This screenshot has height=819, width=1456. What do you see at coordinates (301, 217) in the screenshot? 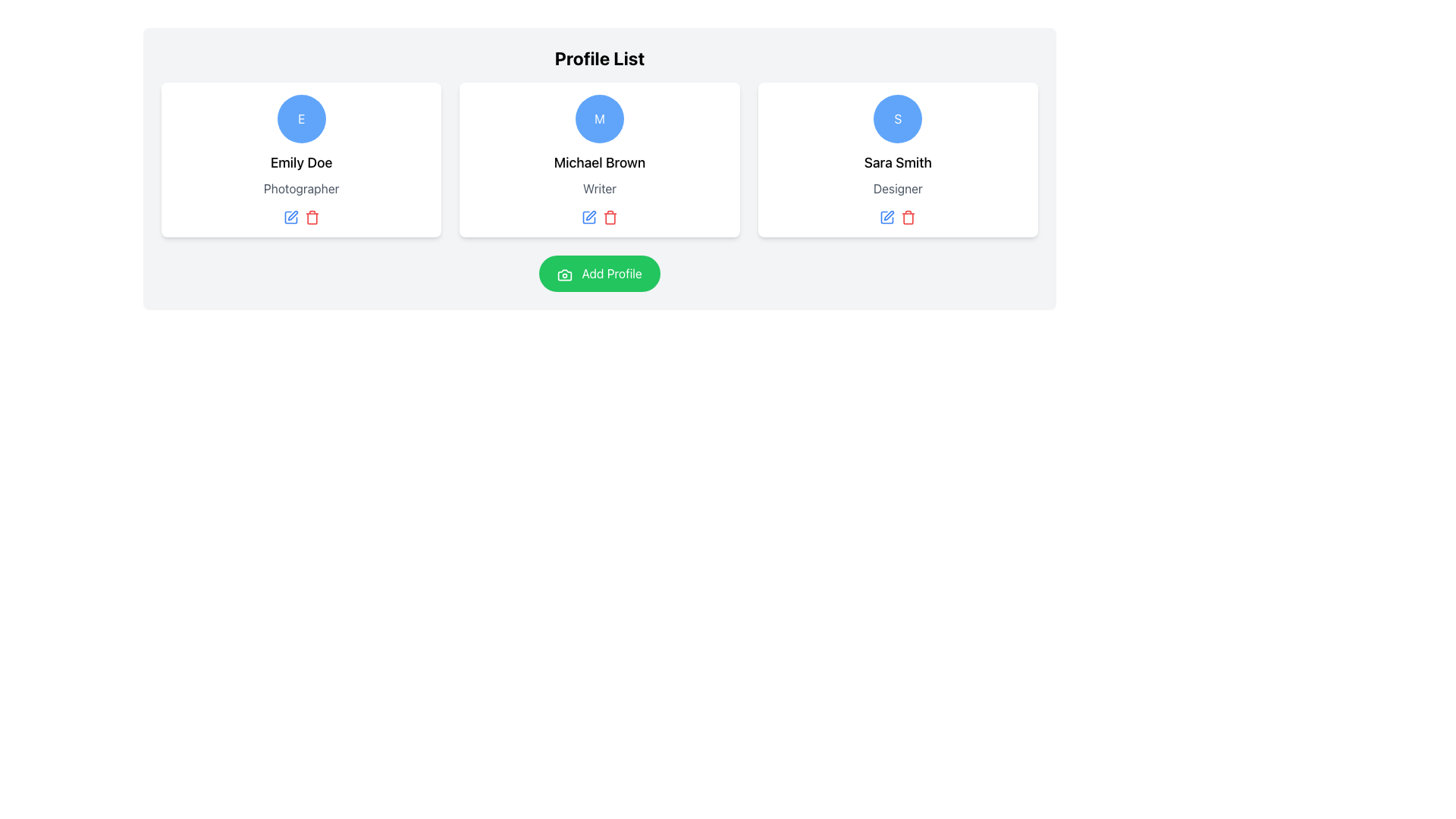
I see `the edit icon located in the Action bar at the bottom of Emily Doe's card, which features a pencil symbol for editing` at bounding box center [301, 217].